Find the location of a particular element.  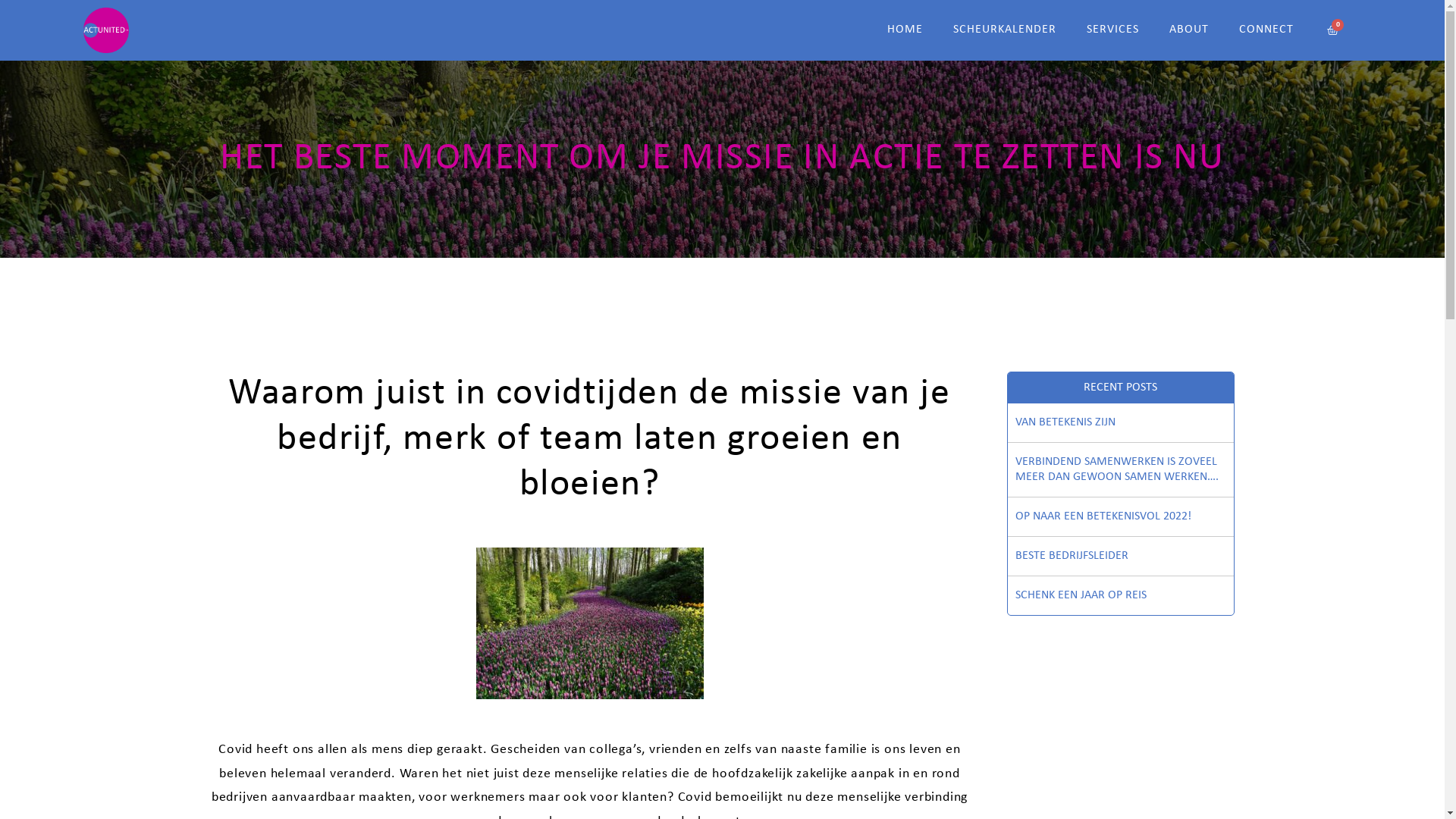

'HOME' is located at coordinates (905, 30).